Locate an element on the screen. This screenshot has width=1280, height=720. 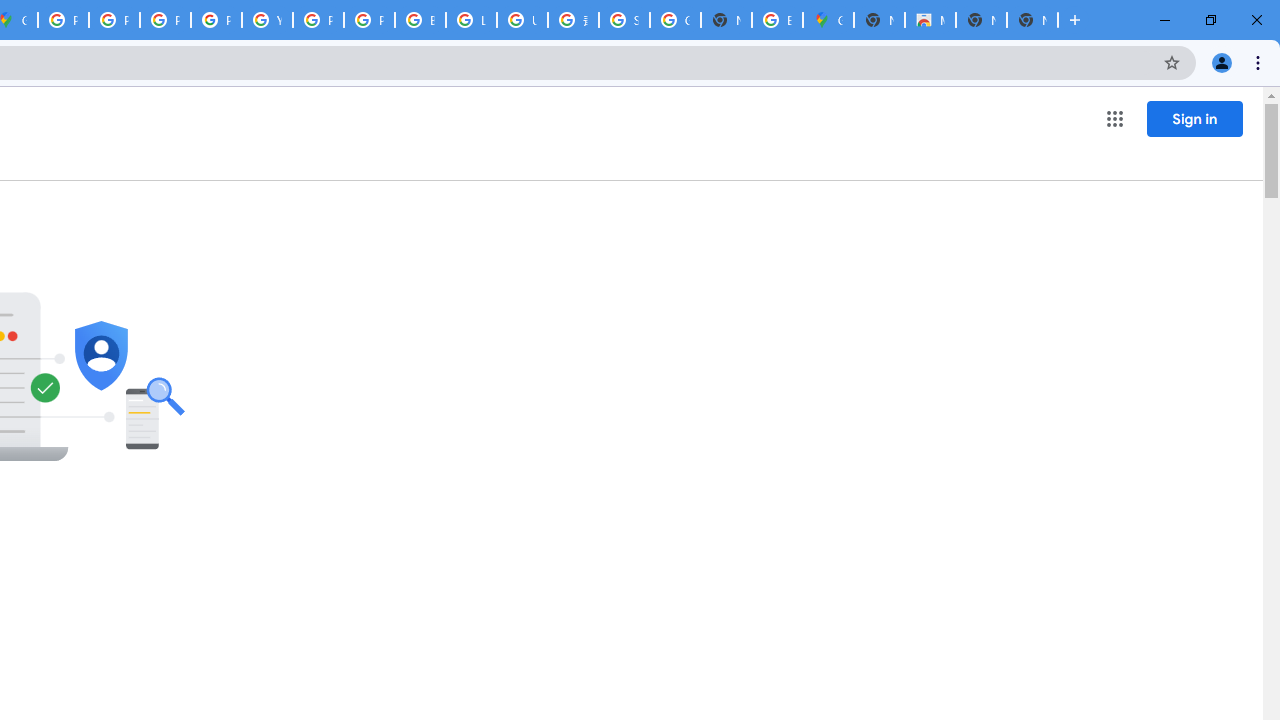
'Google Maps' is located at coordinates (828, 20).